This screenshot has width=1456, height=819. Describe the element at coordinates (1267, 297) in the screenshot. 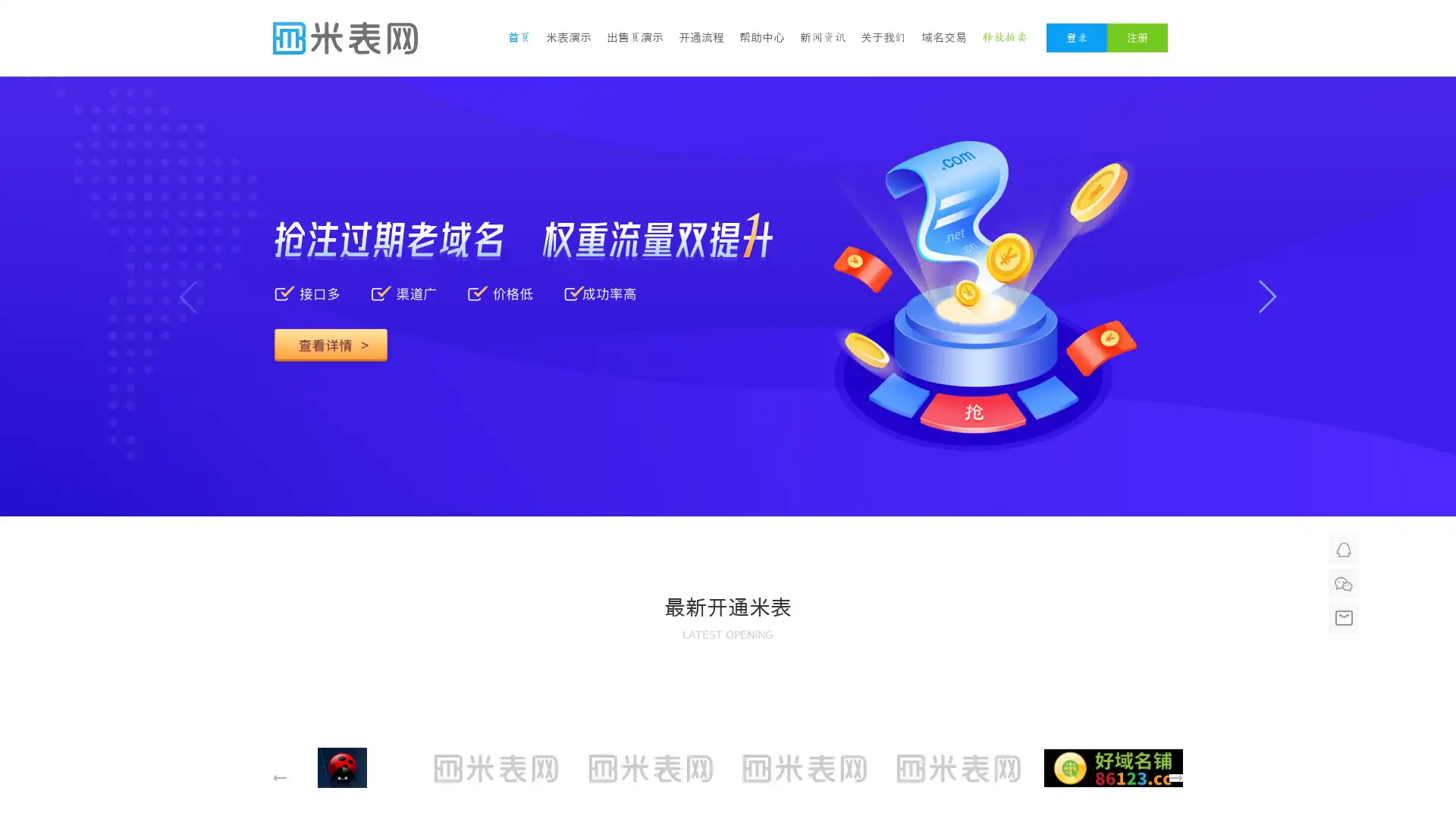

I see `Next slide` at that location.